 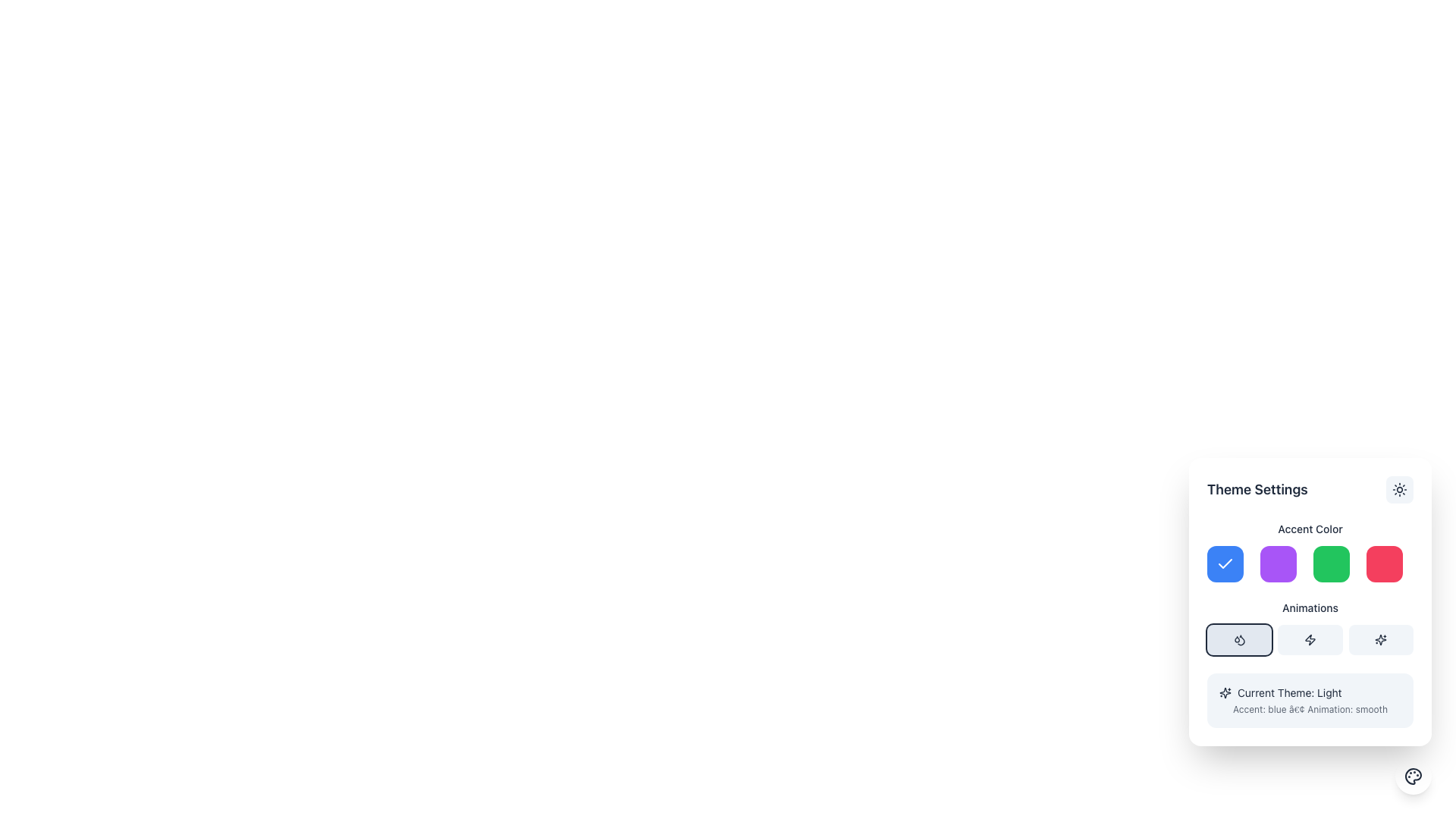 What do you see at coordinates (1399, 489) in the screenshot?
I see `the circular button with a sun icon in the 'Theme Settings' panel for keyboard navigation` at bounding box center [1399, 489].